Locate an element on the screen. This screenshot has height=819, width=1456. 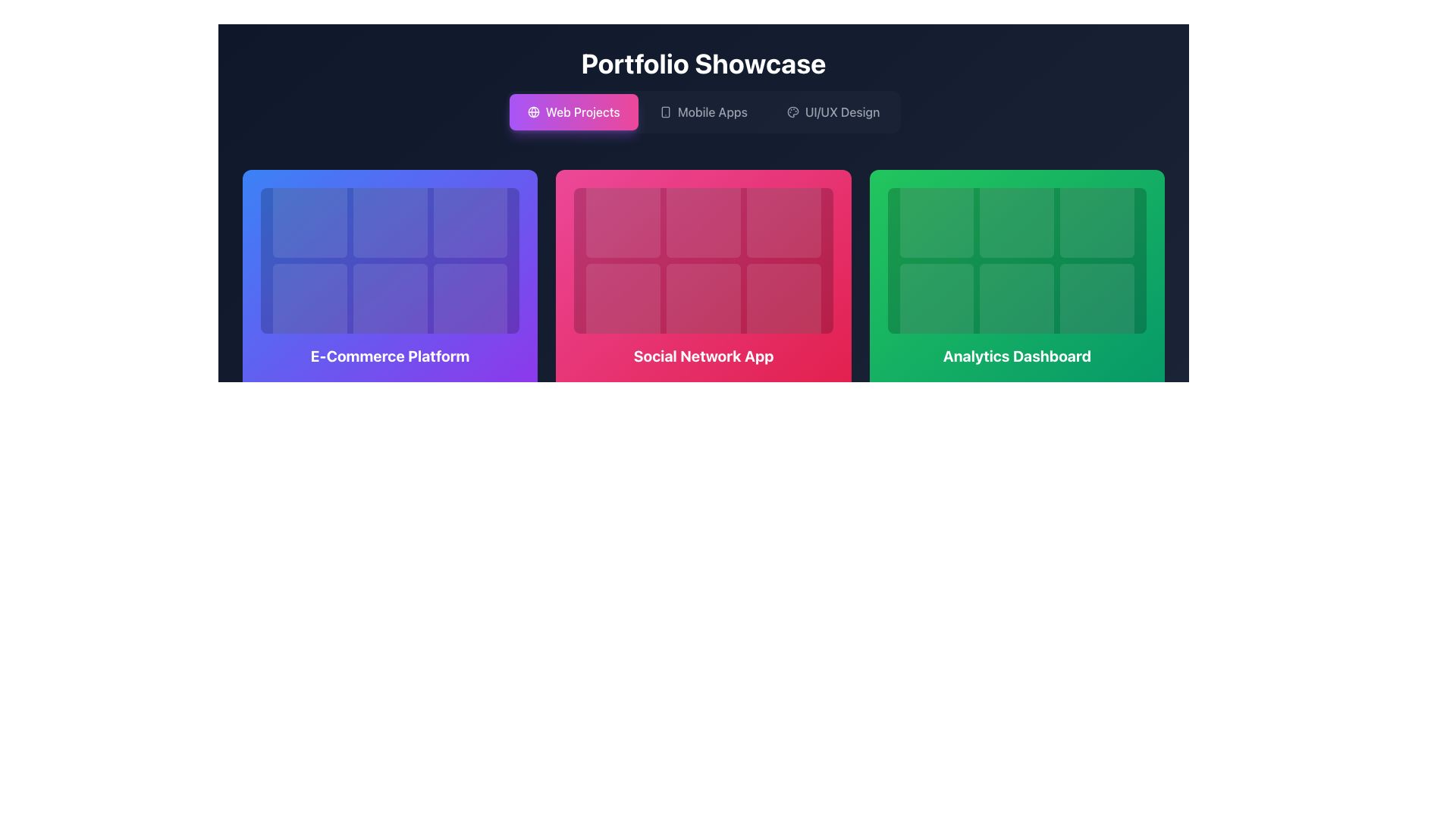
the top-left grid cell of the 'Social Network App' section, which is a square-shaped module with rounded corners and a translucent white overlay on a red background is located at coordinates (623, 221).